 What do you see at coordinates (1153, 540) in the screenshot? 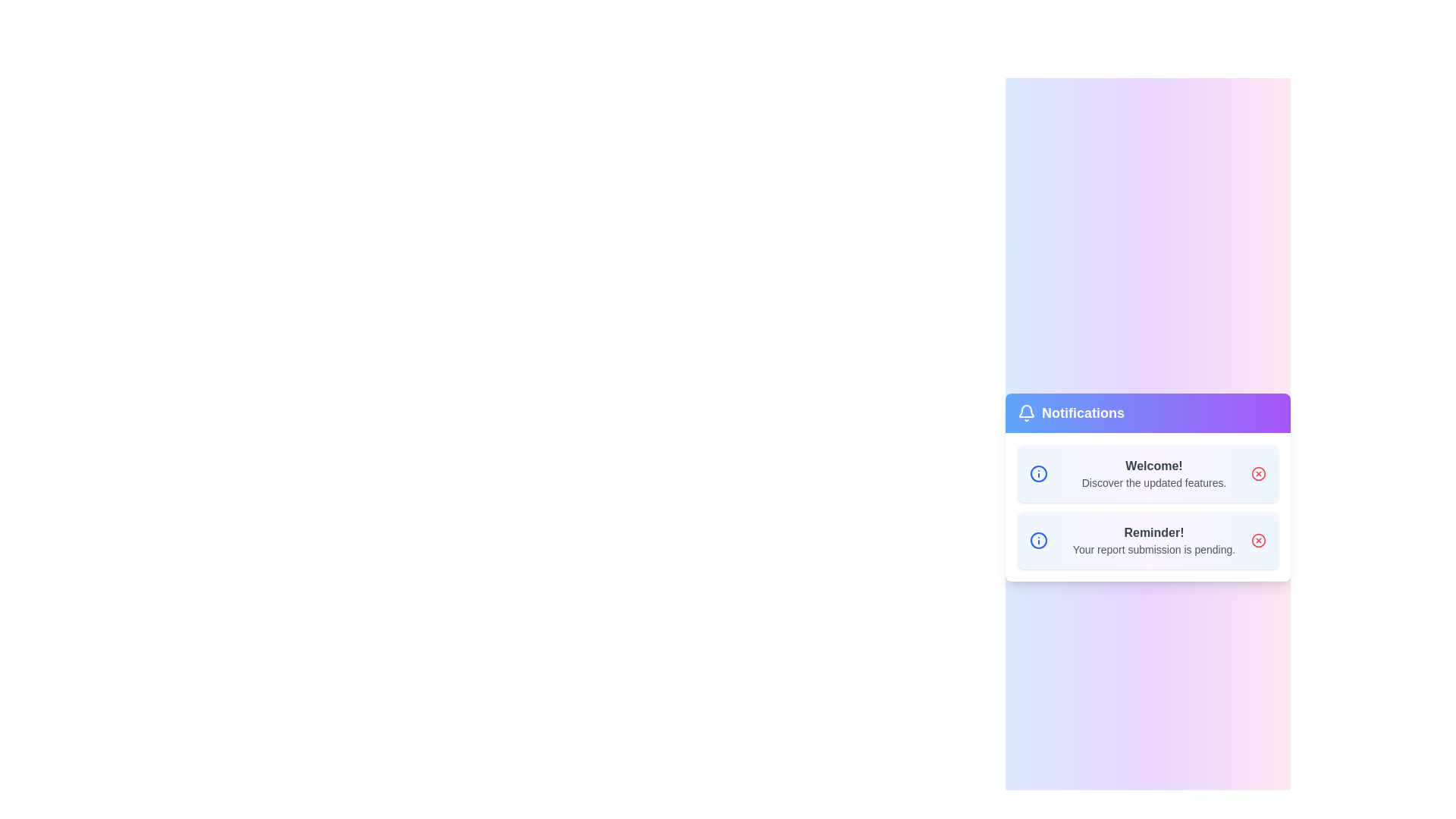
I see `the Text block containing the bold gray title 'Reminder!' and the subtitle 'Your report submission is pending.'` at bounding box center [1153, 540].